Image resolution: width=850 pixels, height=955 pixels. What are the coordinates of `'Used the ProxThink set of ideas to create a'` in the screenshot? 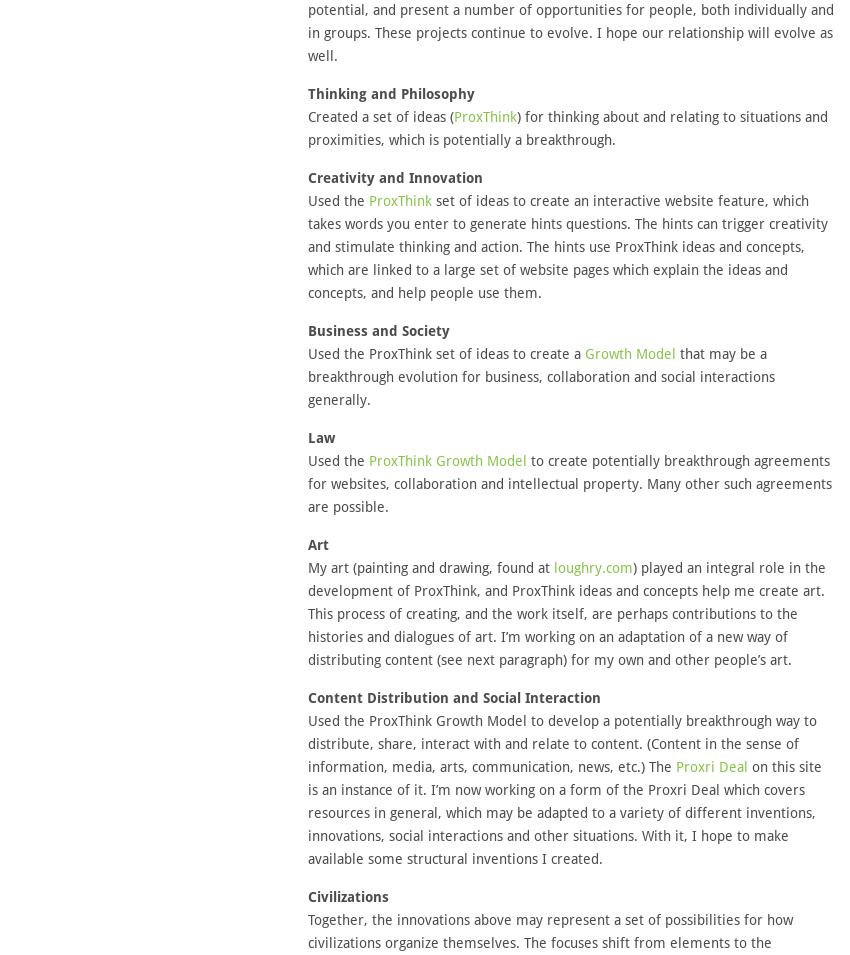 It's located at (444, 353).